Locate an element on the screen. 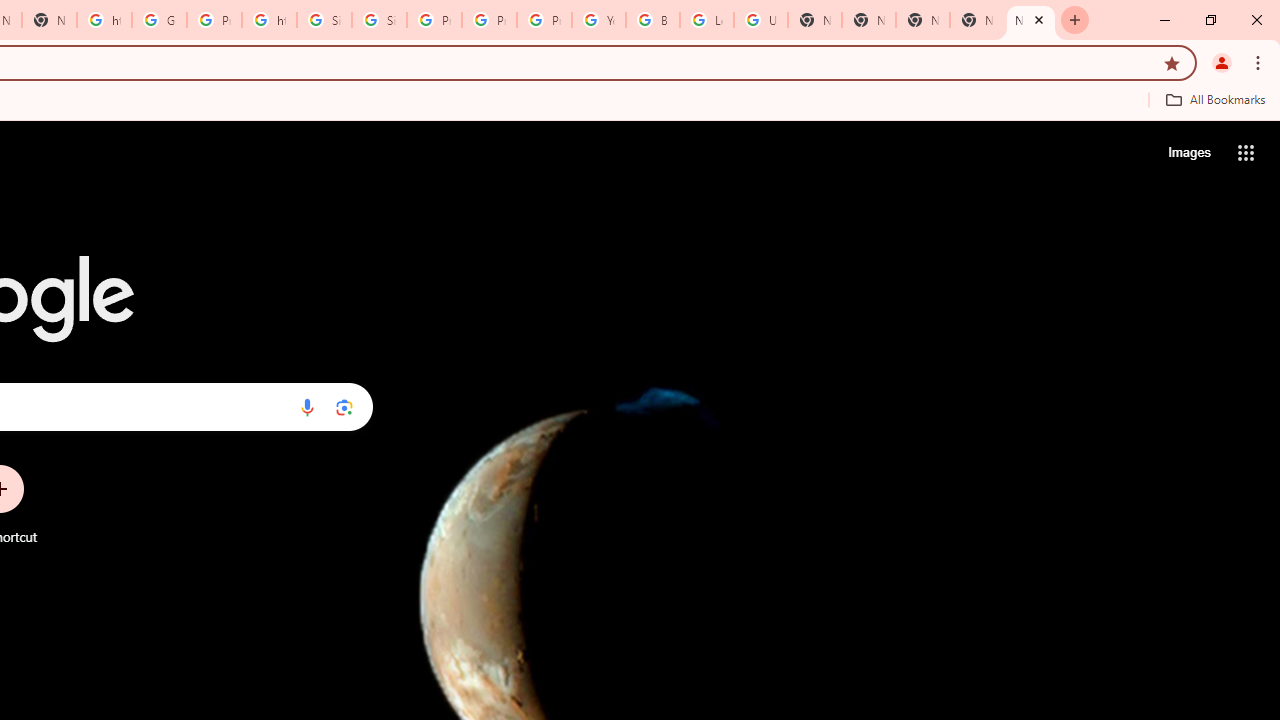 This screenshot has height=720, width=1280. 'Privacy Help Center - Policies Help' is located at coordinates (433, 20).